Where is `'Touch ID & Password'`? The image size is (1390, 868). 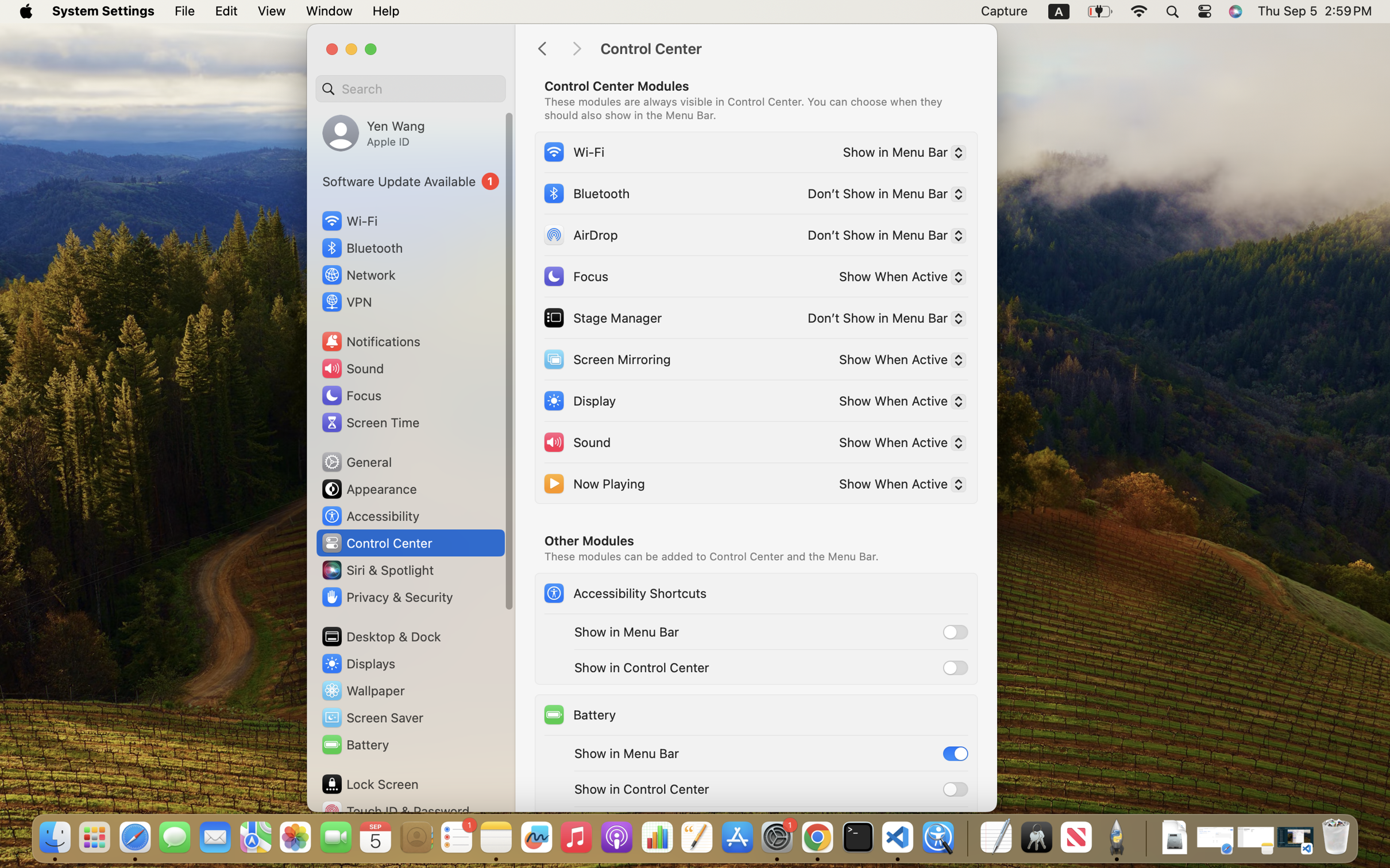 'Touch ID & Password' is located at coordinates (395, 811).